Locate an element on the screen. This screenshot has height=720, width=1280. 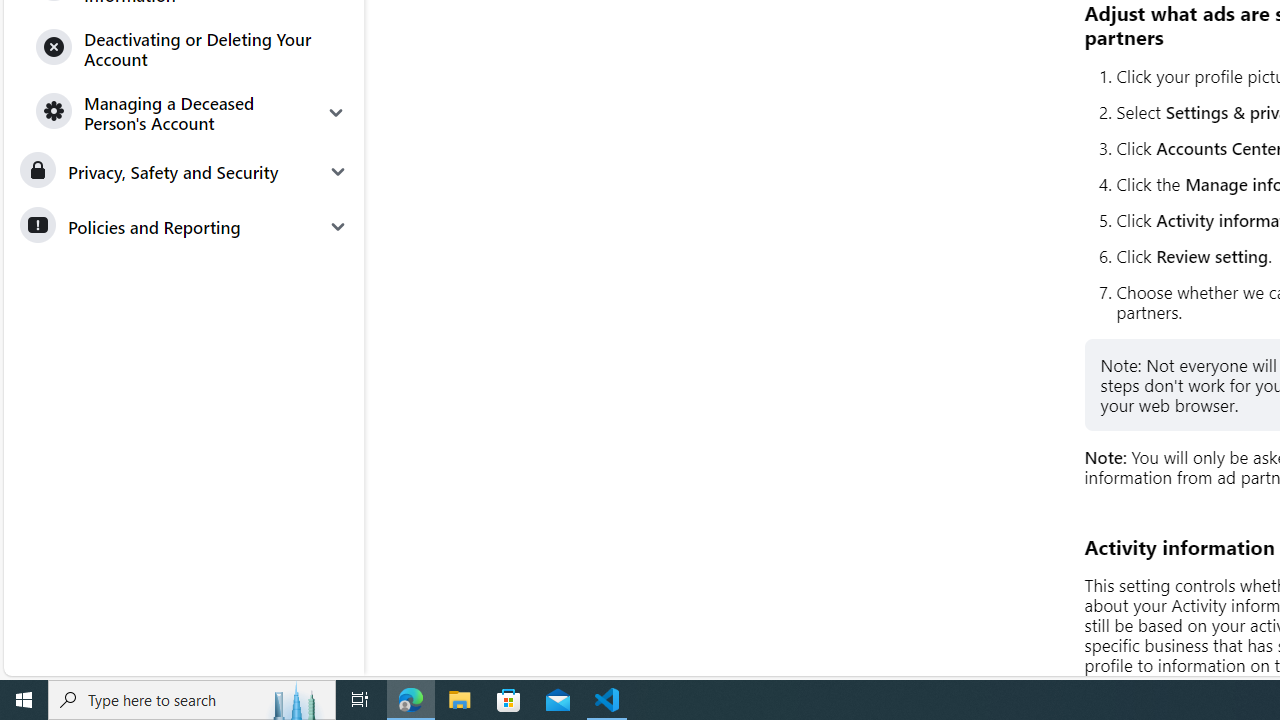
'Deactivating or Deleting Your Account' is located at coordinates (192, 47).